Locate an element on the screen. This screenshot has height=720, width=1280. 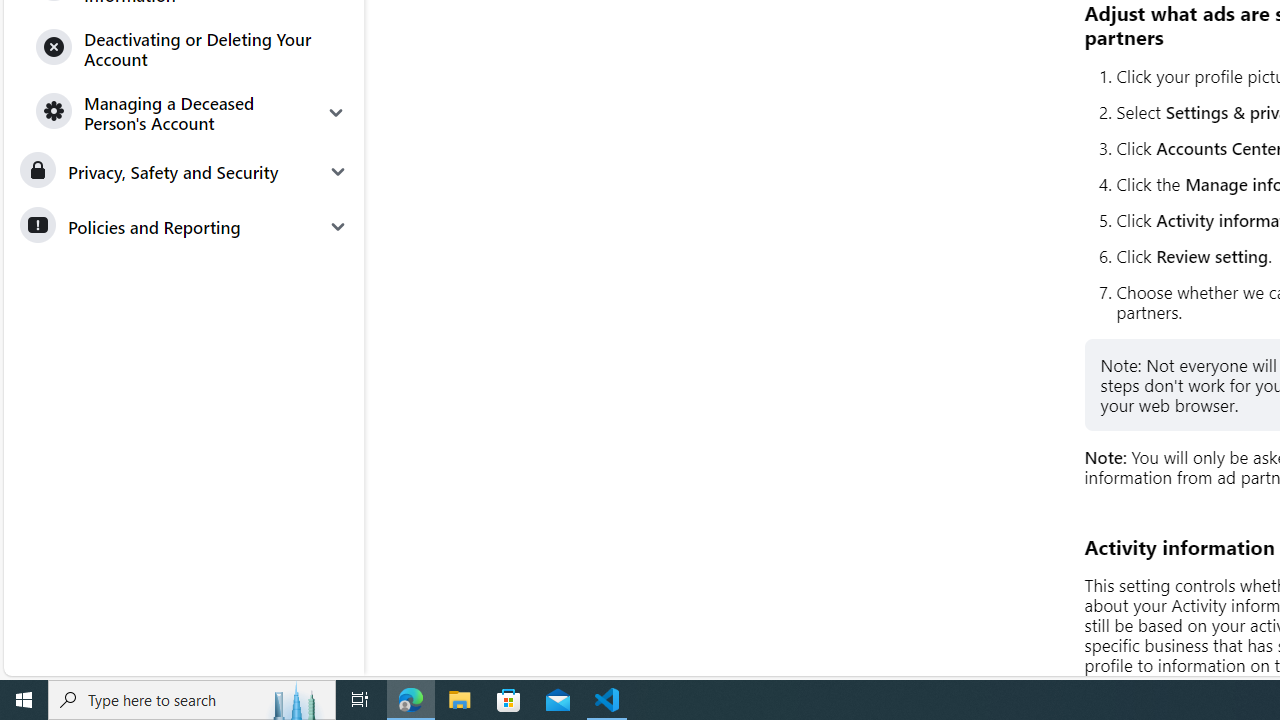
'Deactivating or Deleting Your Account' is located at coordinates (192, 47).